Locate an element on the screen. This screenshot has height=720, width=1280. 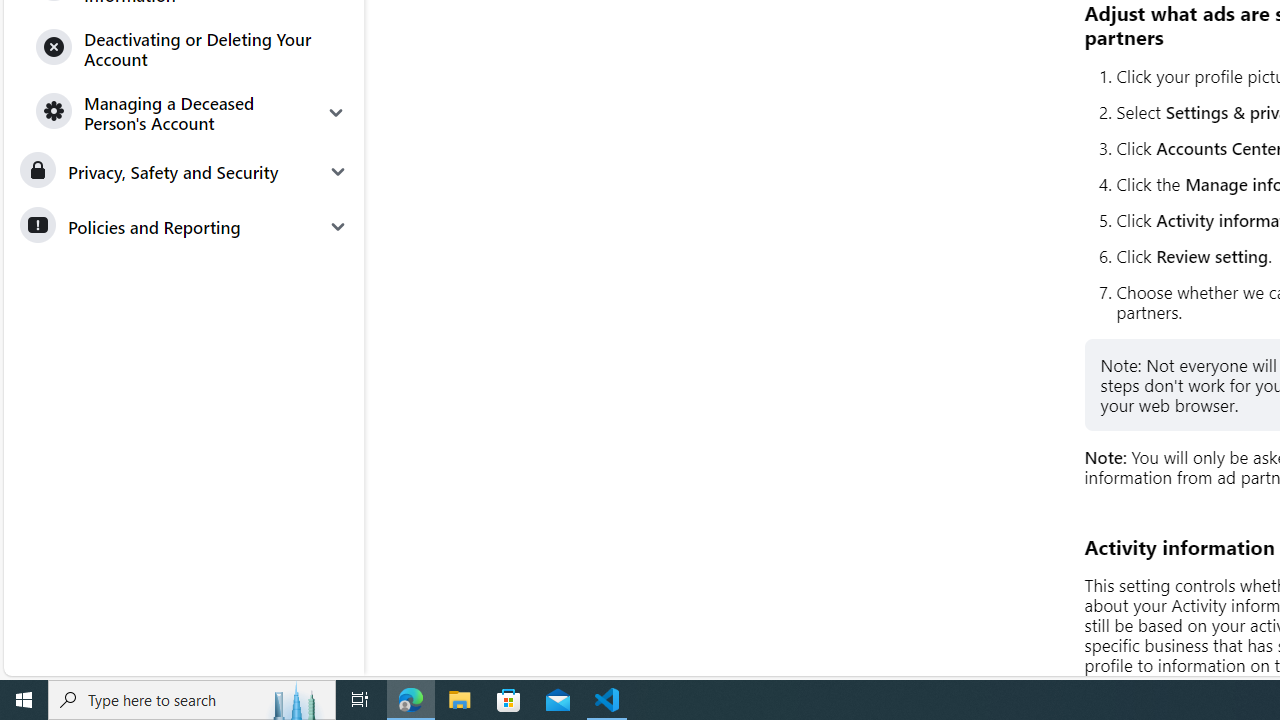
'Deactivating or Deleting Your Account' is located at coordinates (192, 47).